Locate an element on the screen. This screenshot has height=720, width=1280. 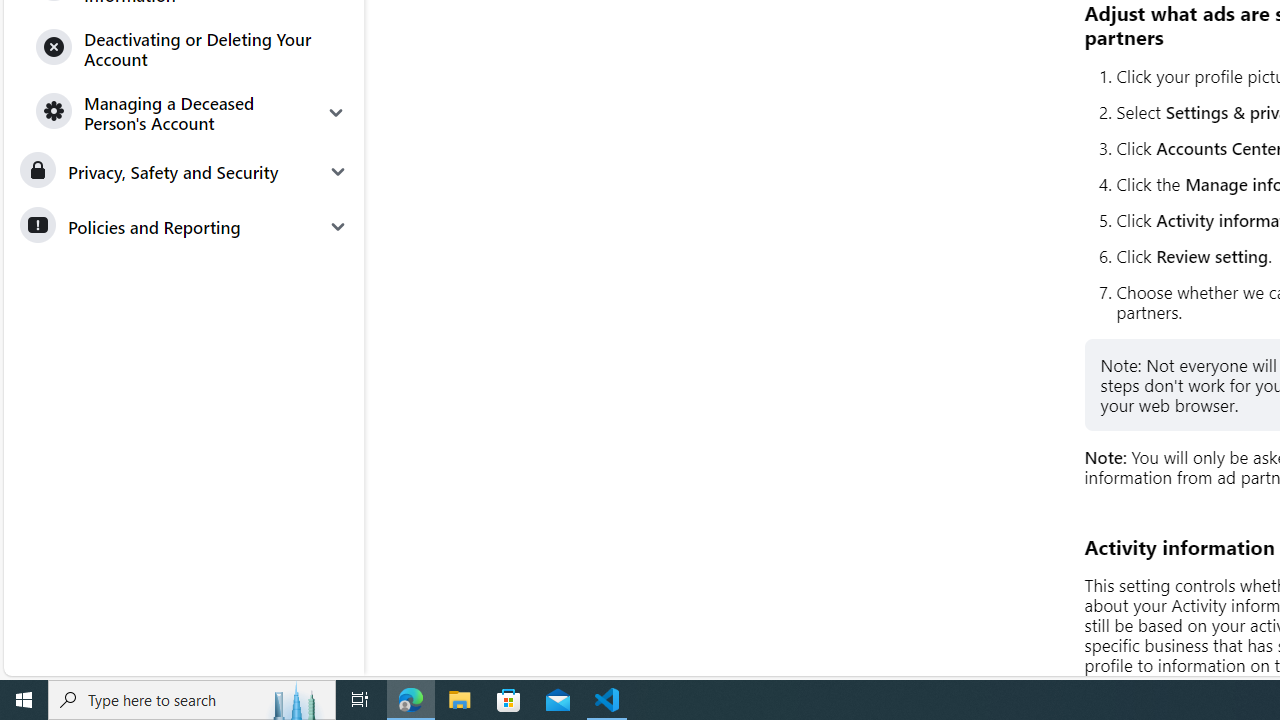
'Deactivating or Deleting Your Account' is located at coordinates (192, 47).